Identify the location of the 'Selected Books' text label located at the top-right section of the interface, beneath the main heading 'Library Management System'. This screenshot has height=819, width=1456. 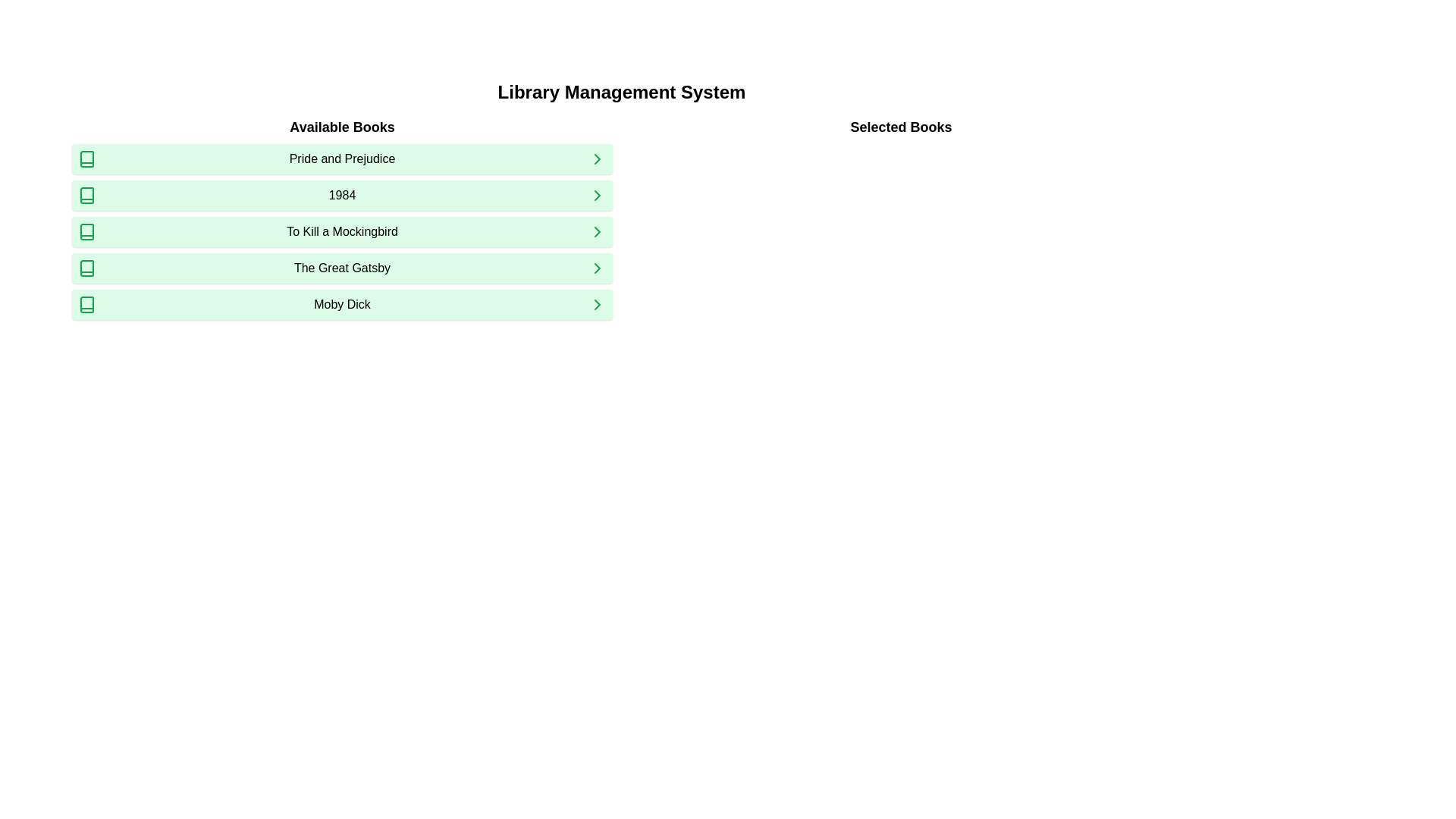
(901, 127).